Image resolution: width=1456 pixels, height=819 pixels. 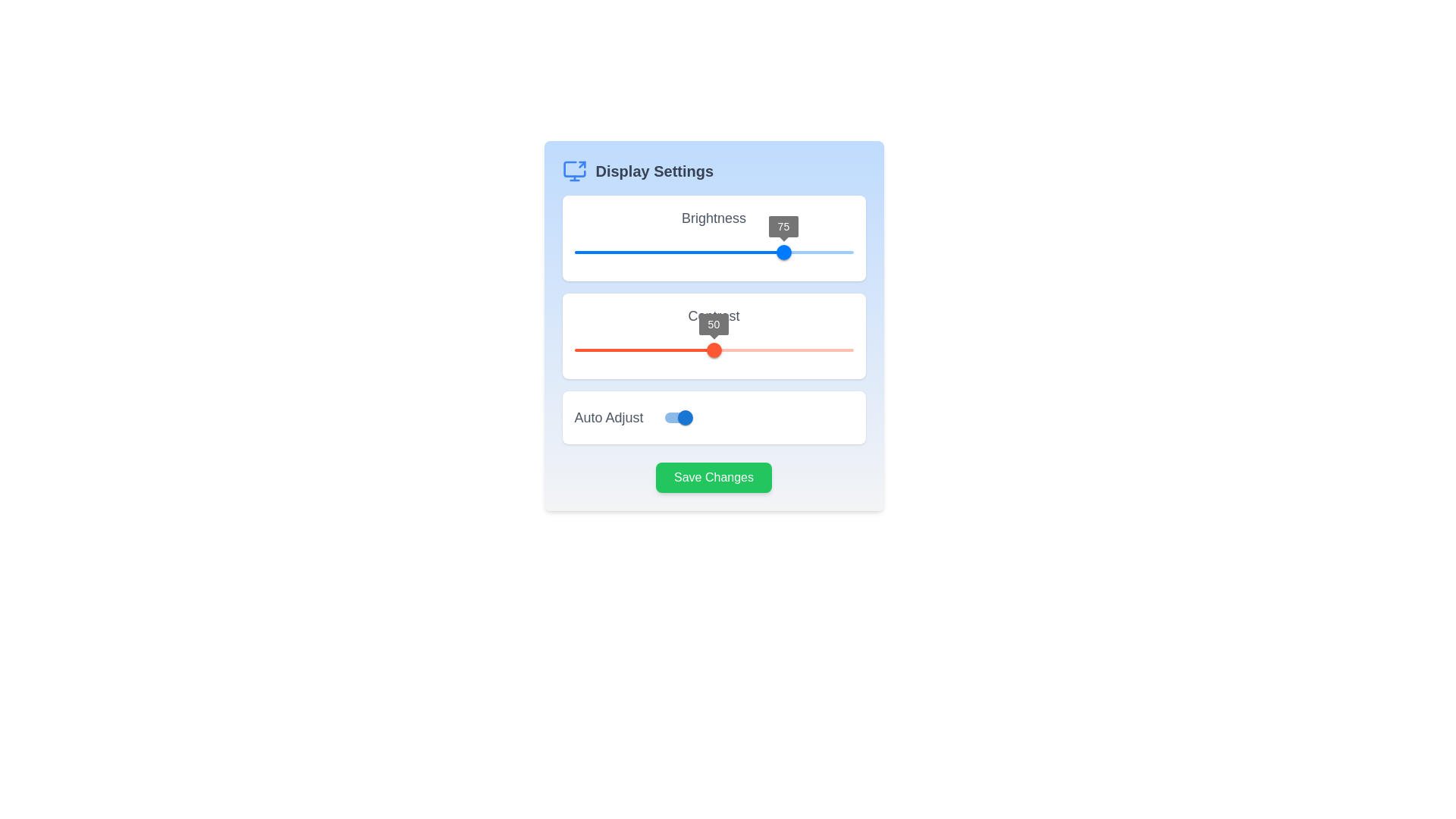 What do you see at coordinates (576, 350) in the screenshot?
I see `contrast slider` at bounding box center [576, 350].